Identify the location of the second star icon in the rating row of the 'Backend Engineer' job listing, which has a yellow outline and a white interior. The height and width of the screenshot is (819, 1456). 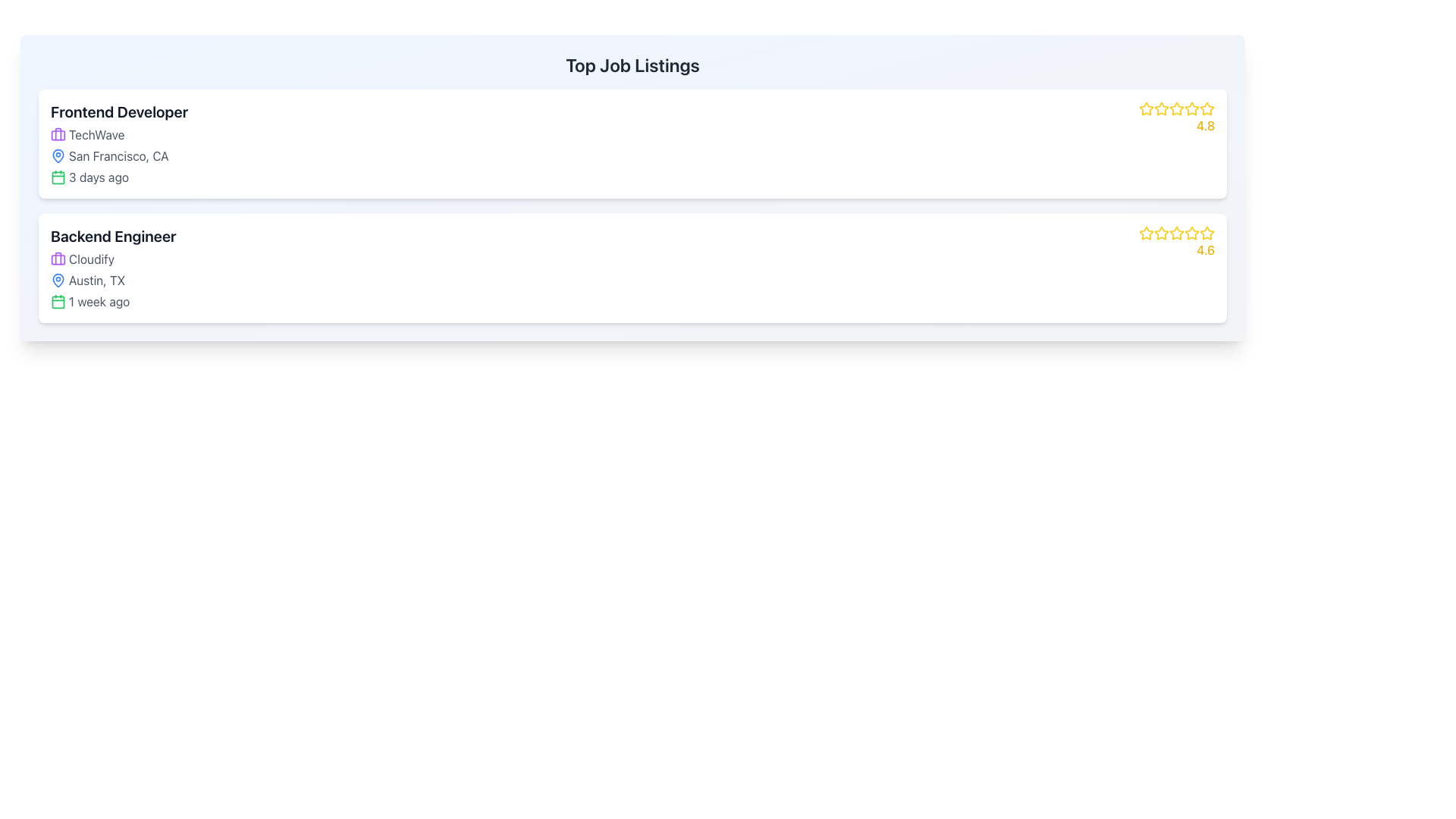
(1191, 233).